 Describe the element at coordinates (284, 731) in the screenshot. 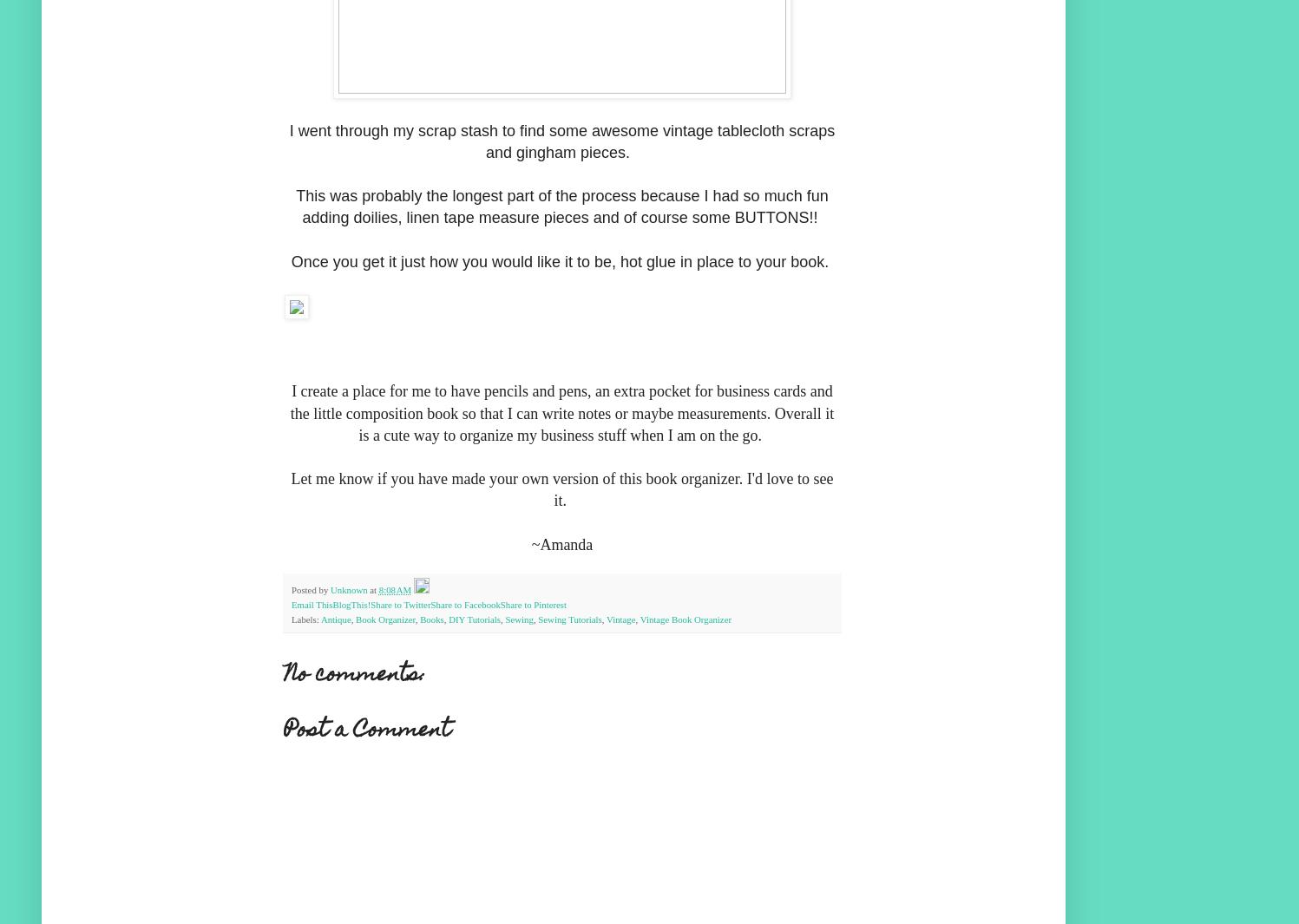

I see `'Post a Comment'` at that location.